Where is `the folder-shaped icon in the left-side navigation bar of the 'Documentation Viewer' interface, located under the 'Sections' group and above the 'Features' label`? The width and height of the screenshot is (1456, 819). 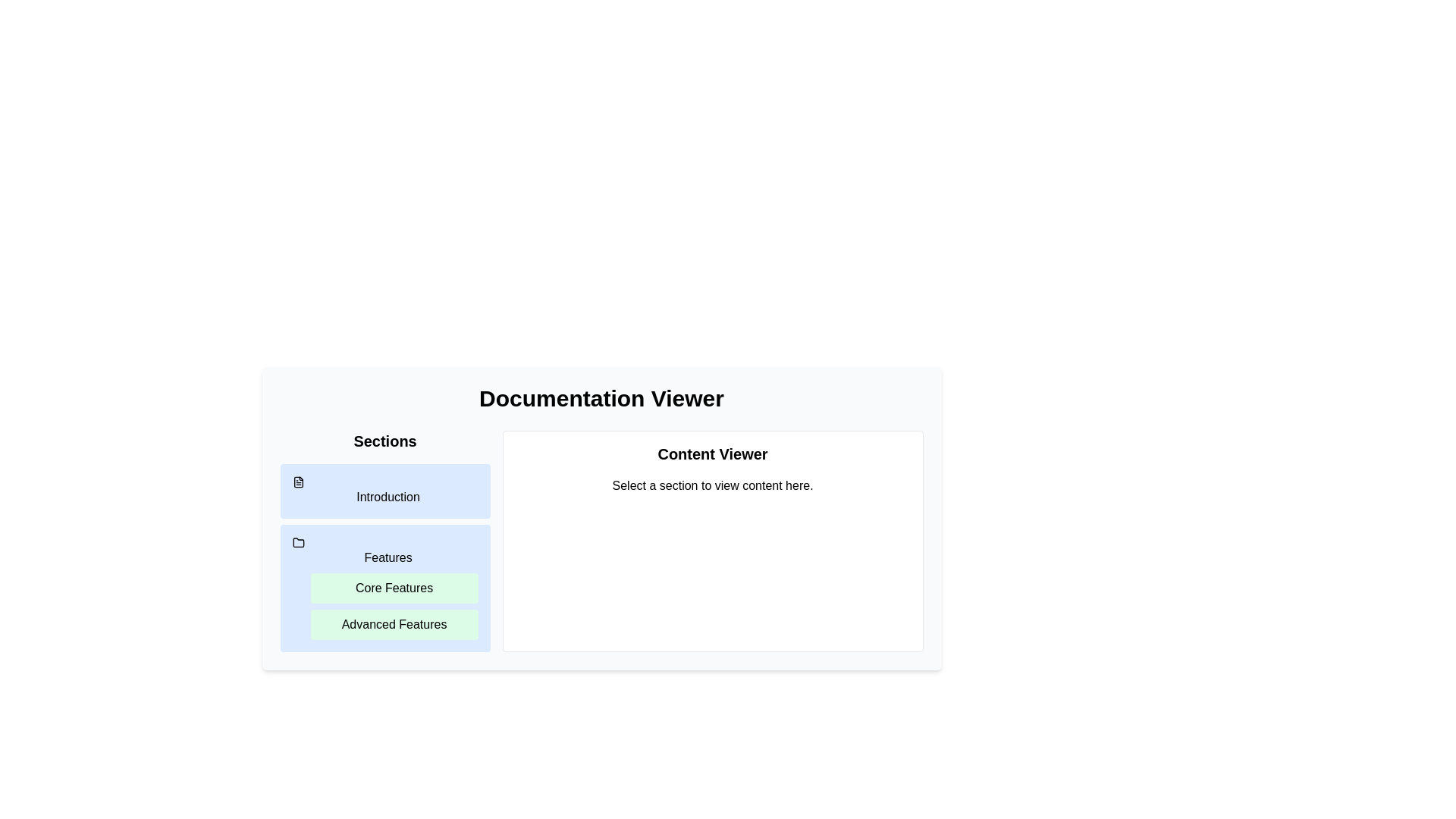 the folder-shaped icon in the left-side navigation bar of the 'Documentation Viewer' interface, located under the 'Sections' group and above the 'Features' label is located at coordinates (298, 542).